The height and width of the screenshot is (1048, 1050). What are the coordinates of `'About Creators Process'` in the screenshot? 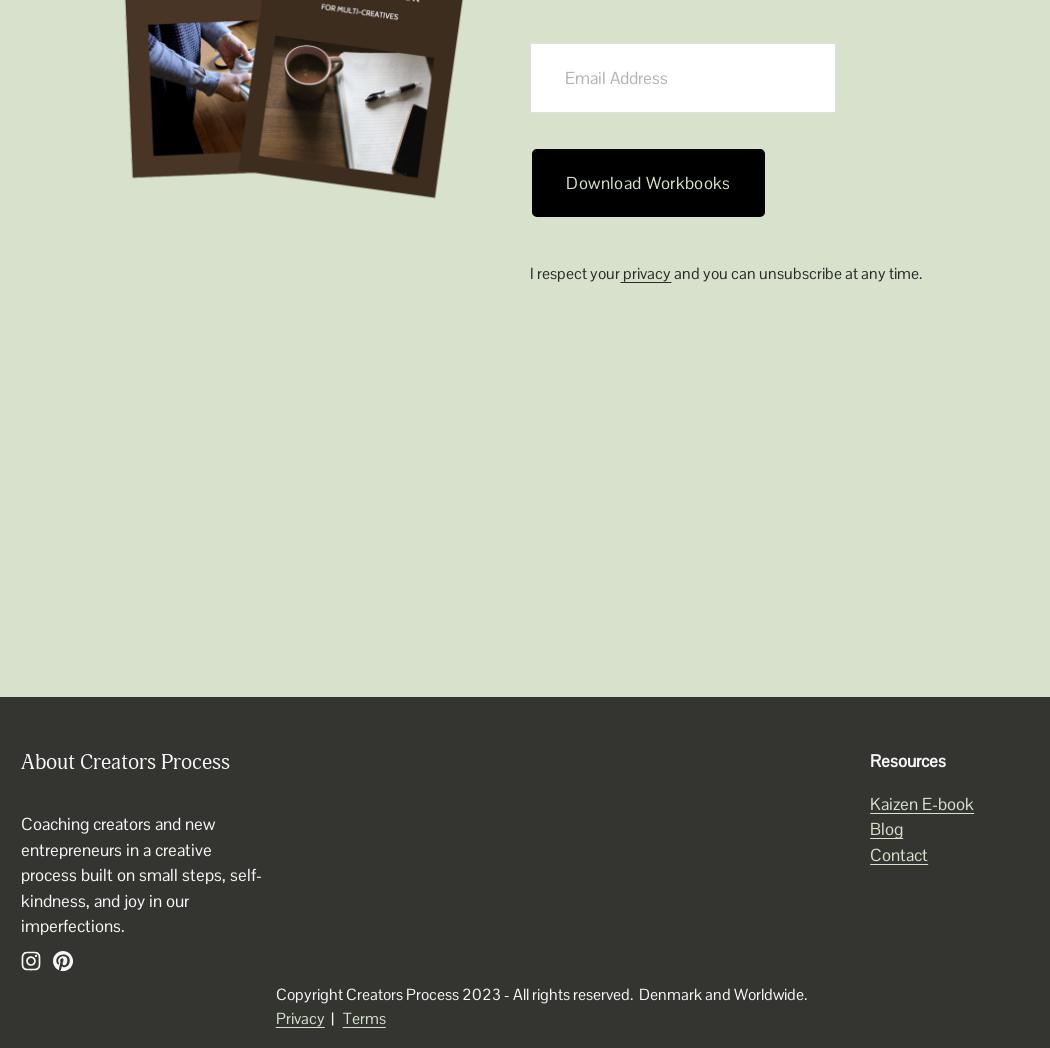 It's located at (124, 763).